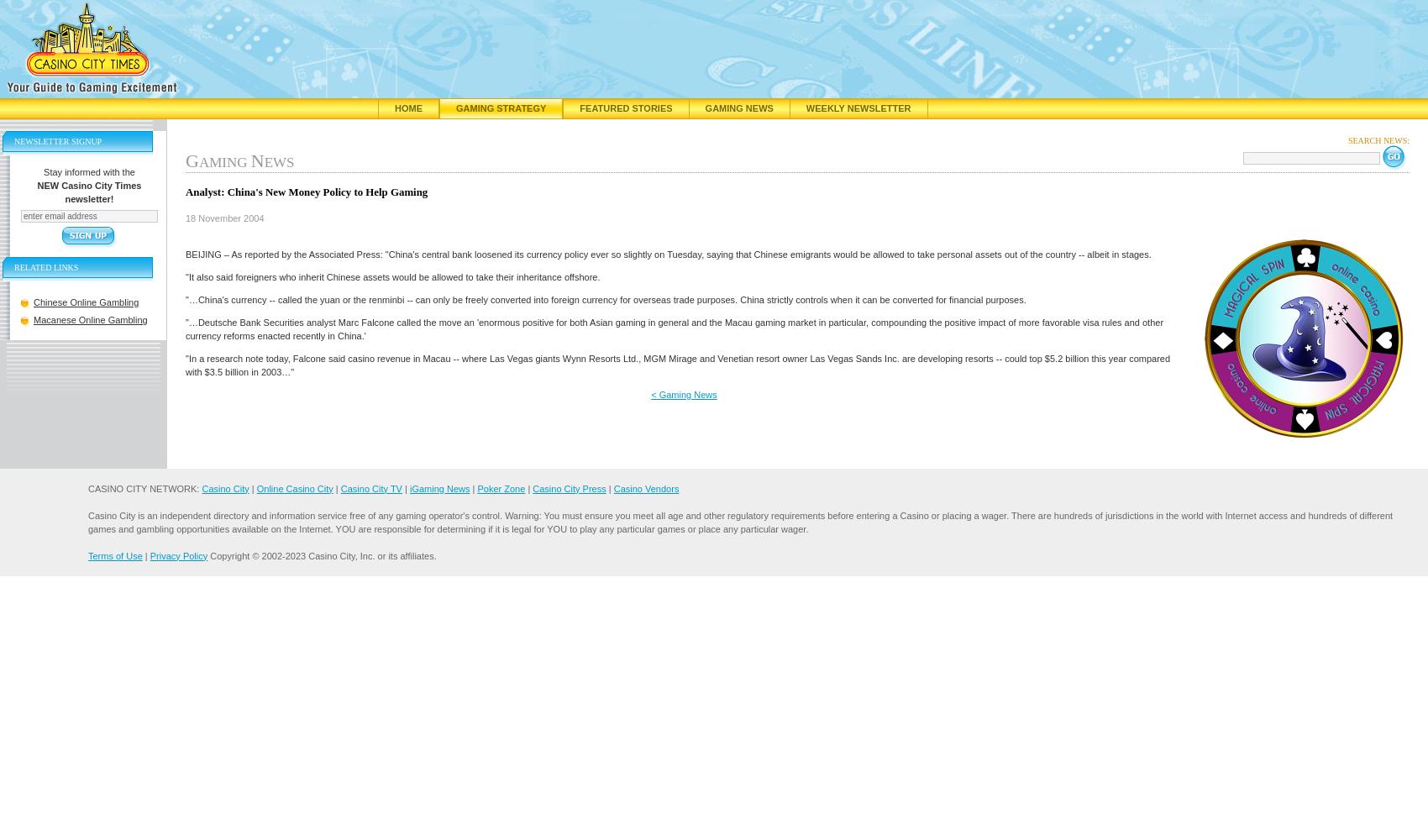 This screenshot has width=1428, height=840. Describe the element at coordinates (321, 555) in the screenshot. I see `'Copyright © 2002-2023 Casino City, Inc. or its affiliates.'` at that location.